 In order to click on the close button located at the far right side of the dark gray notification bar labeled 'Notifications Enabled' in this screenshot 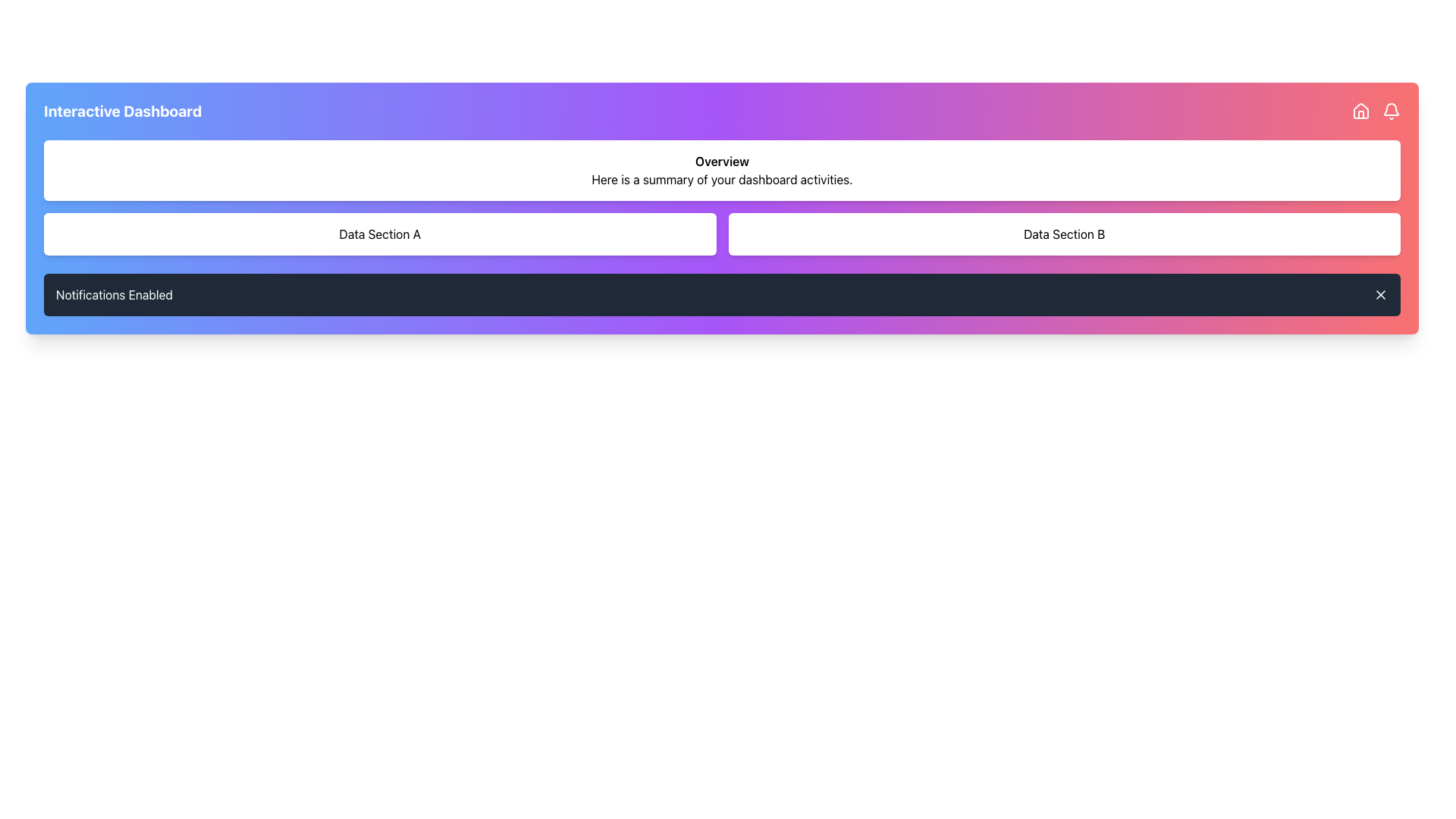, I will do `click(1380, 295)`.